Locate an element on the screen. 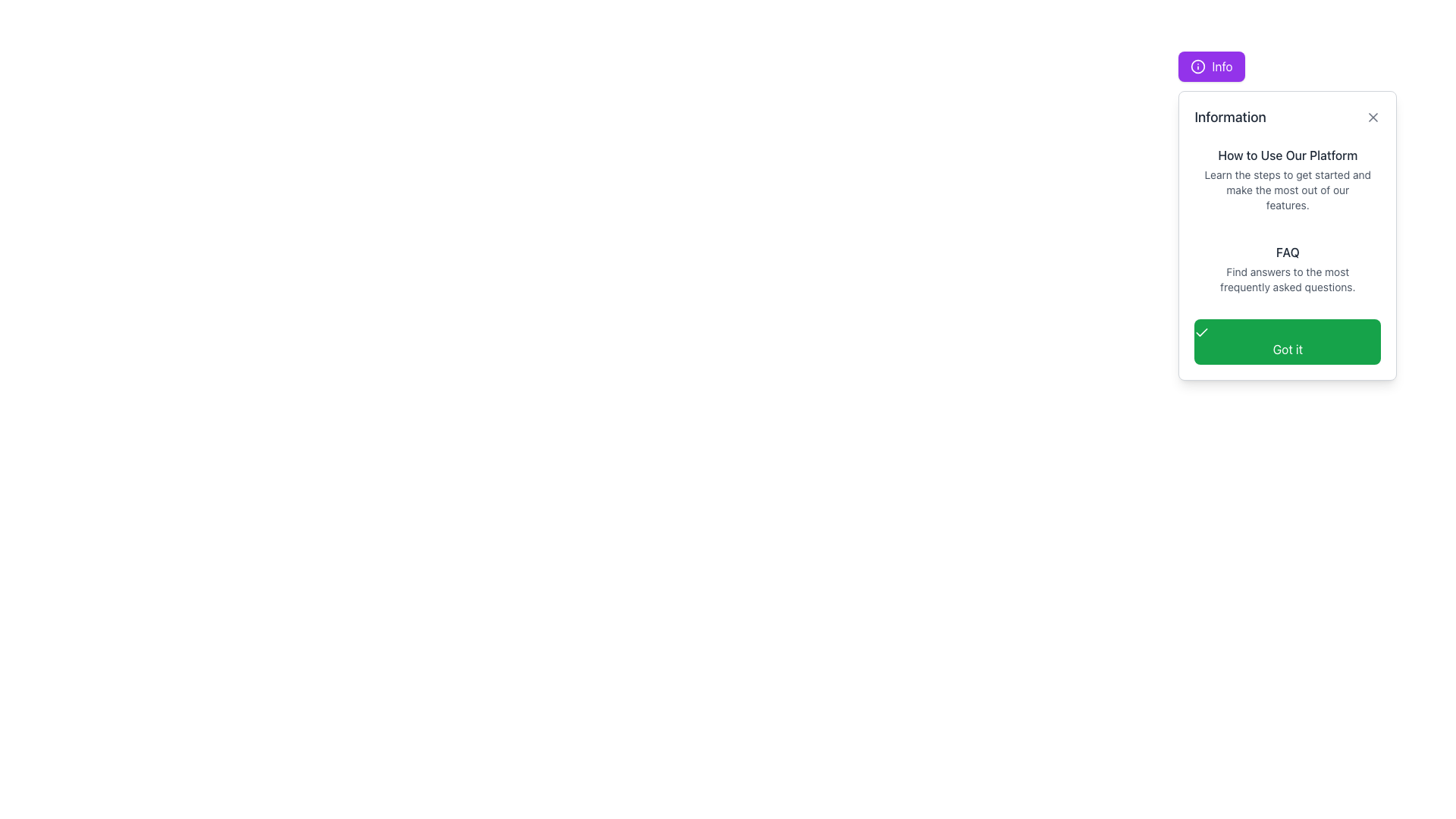 The width and height of the screenshot is (1456, 819). the SVG Icon that precedes the 'Info' button, which serves as a visual indicator for providing information or help is located at coordinates (1197, 66).